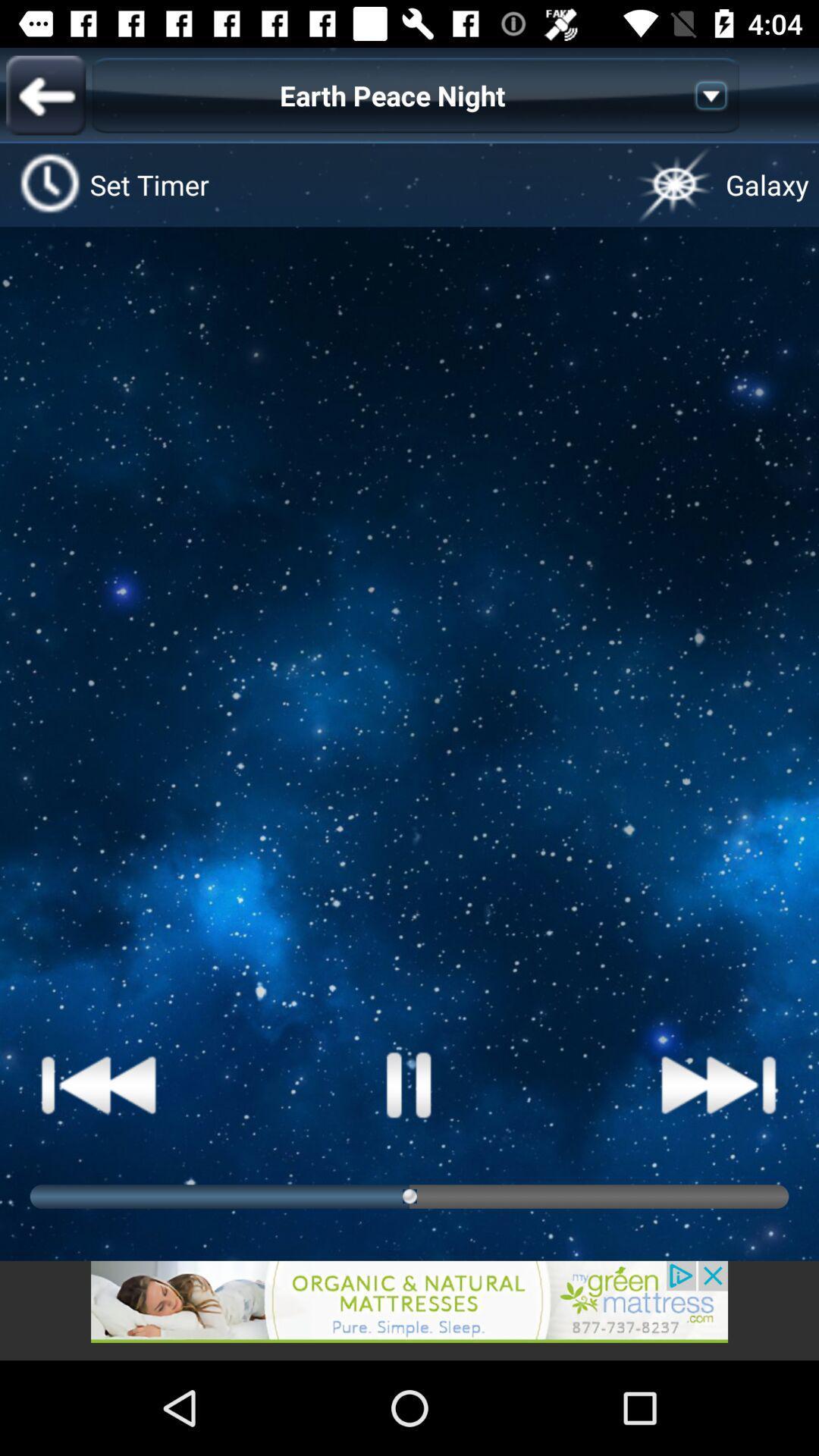 Image resolution: width=819 pixels, height=1456 pixels. I want to click on next button, so click(718, 1084).